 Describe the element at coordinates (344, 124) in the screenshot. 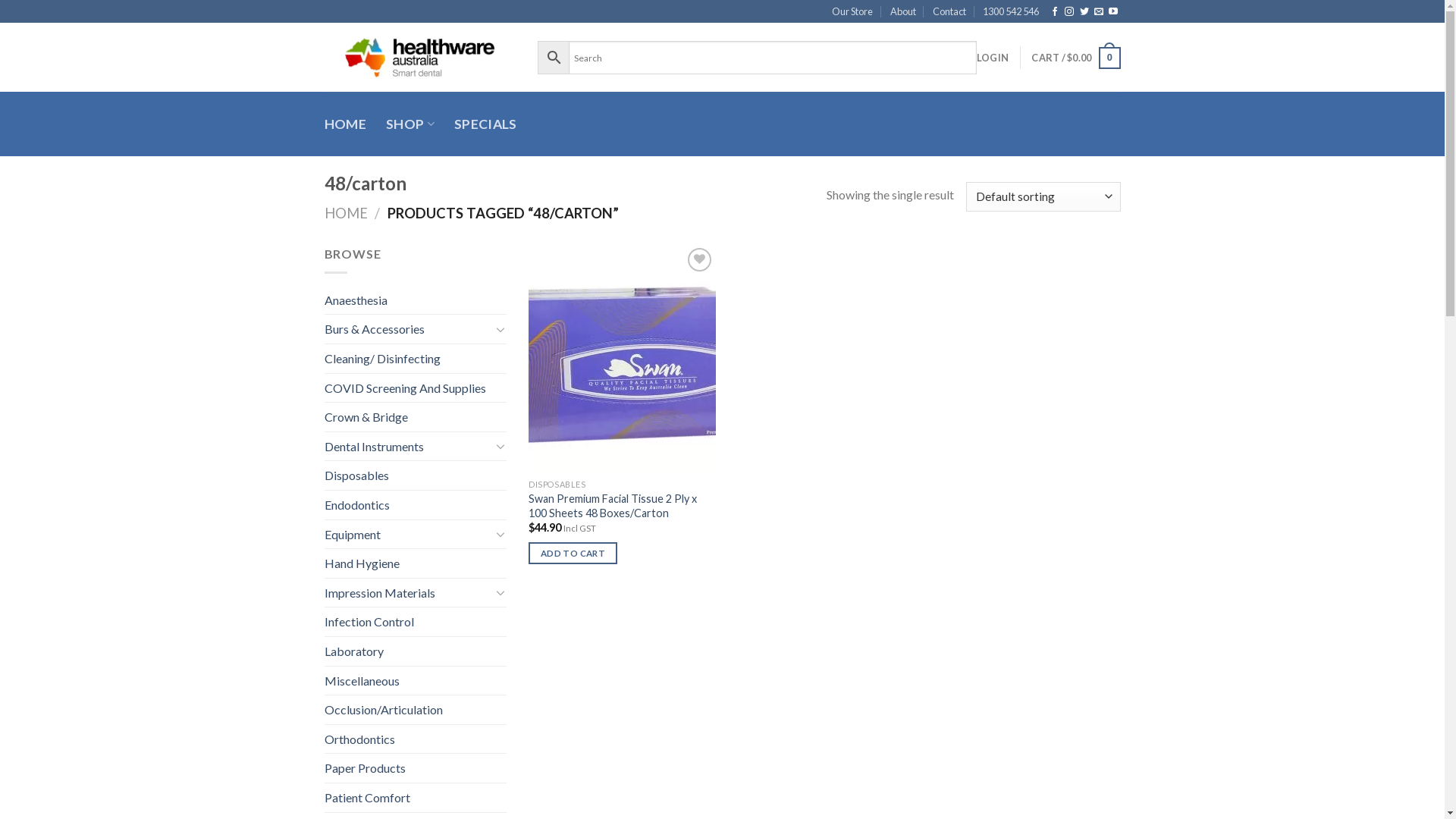

I see `'HOME'` at that location.